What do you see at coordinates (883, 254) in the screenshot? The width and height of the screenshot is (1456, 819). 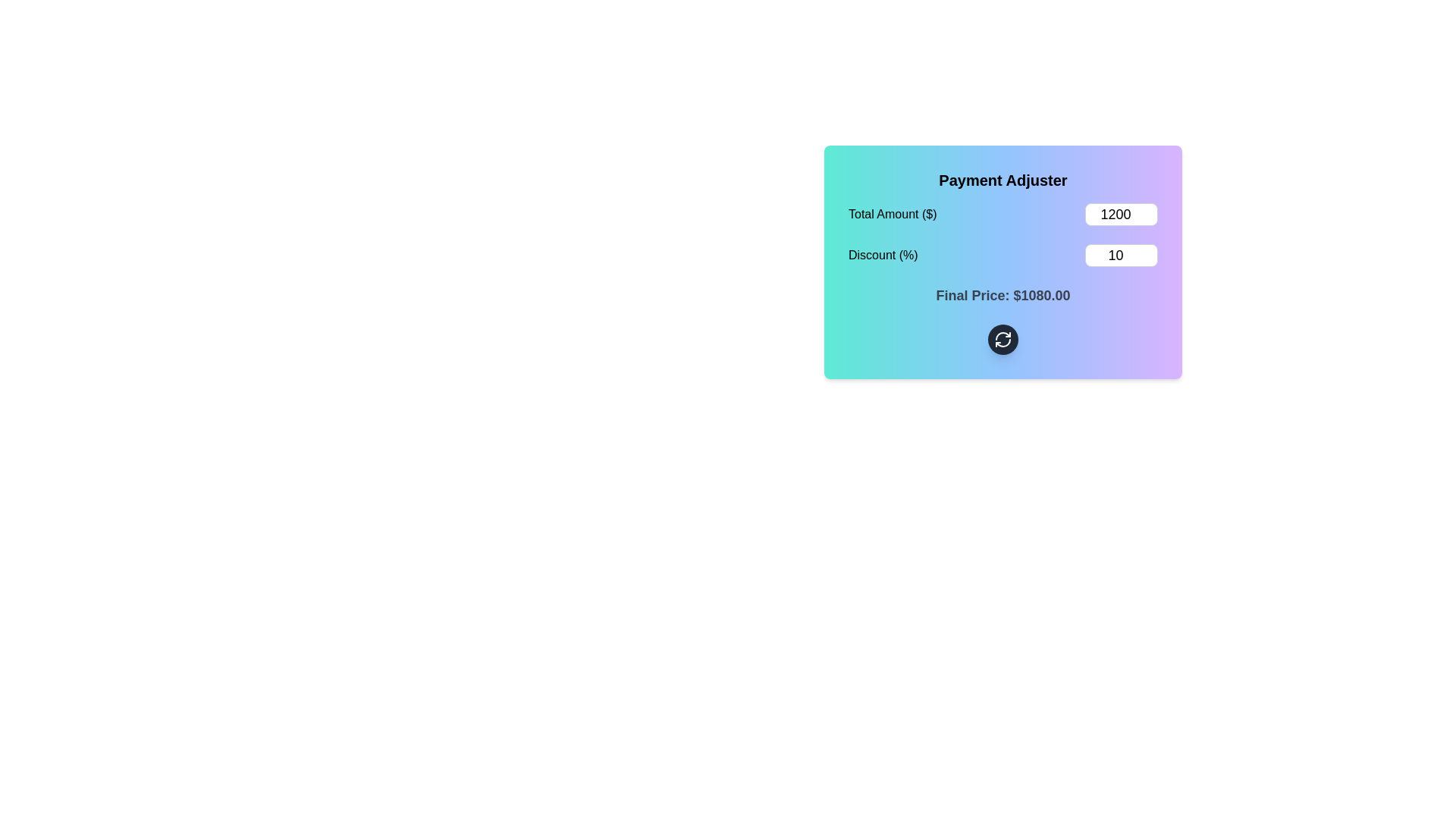 I see `the 'Discount (%)' text label element, which is styled in black lettering on a gradient background and located in the middle-left section of the 'Payment Adjuster' panel` at bounding box center [883, 254].